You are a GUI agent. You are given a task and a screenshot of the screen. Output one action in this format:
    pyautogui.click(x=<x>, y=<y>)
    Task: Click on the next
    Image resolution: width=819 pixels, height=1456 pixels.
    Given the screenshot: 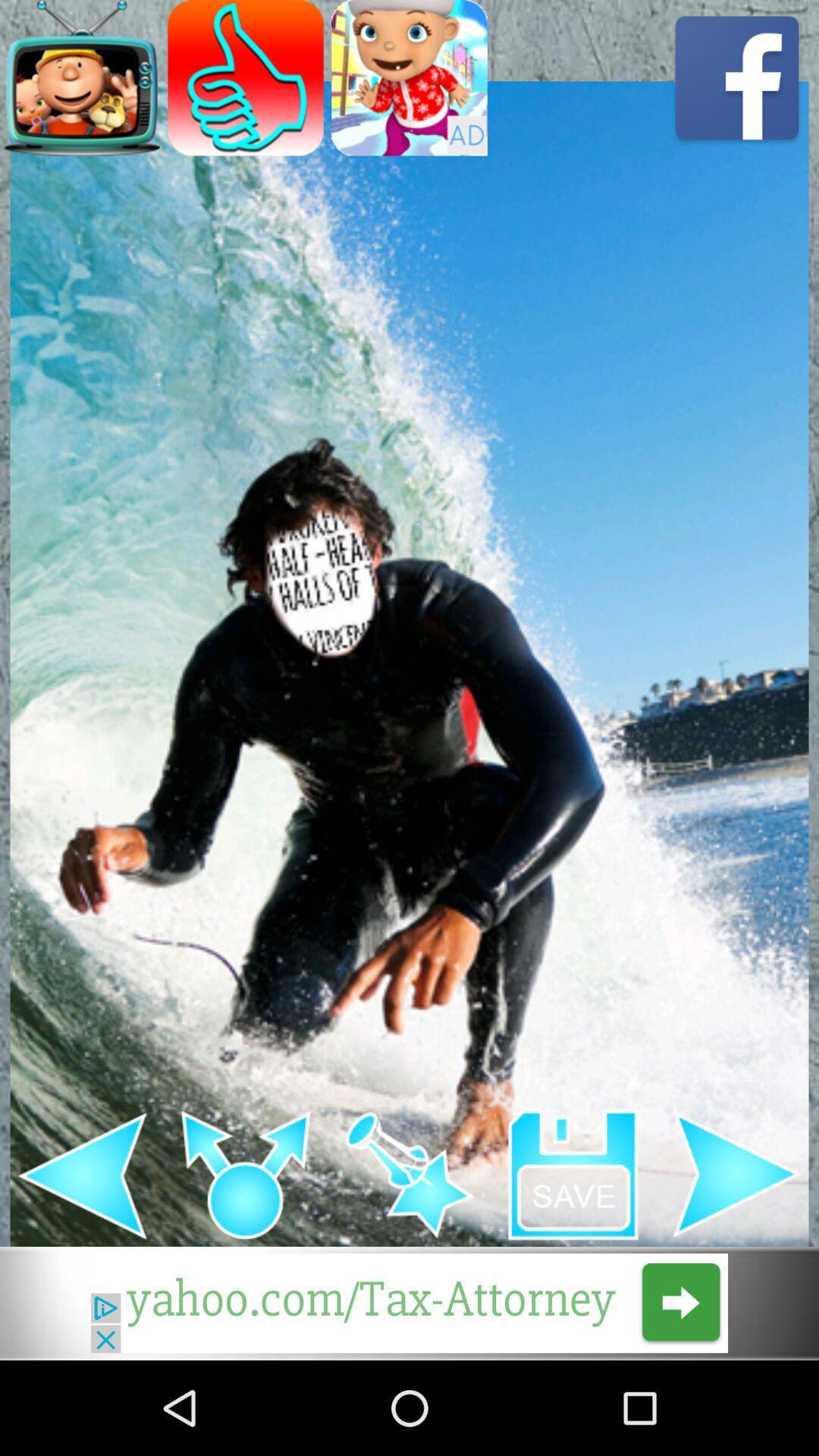 What is the action you would take?
    pyautogui.click(x=409, y=1302)
    